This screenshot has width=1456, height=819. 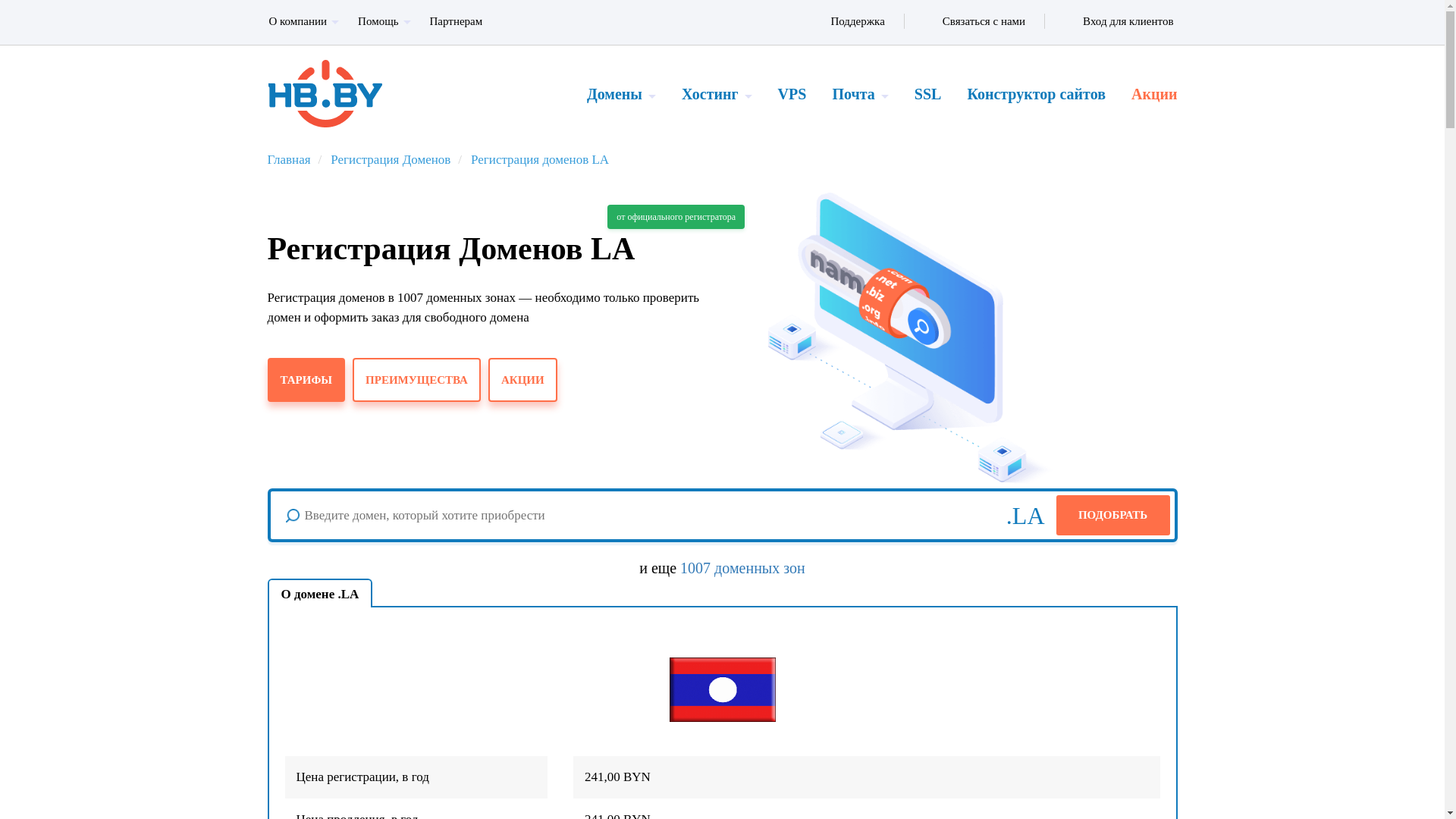 What do you see at coordinates (764, 93) in the screenshot?
I see `'VPS'` at bounding box center [764, 93].